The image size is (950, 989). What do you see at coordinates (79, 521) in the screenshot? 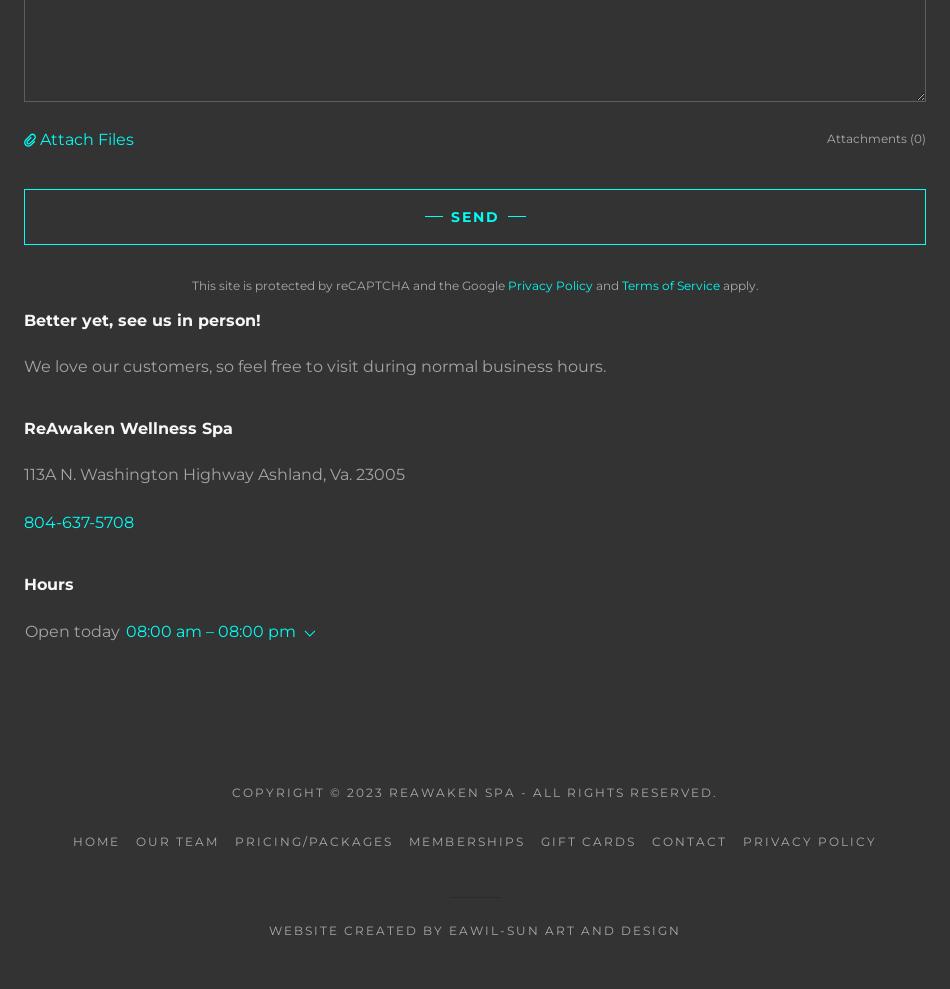
I see `'804-637-5708'` at bounding box center [79, 521].